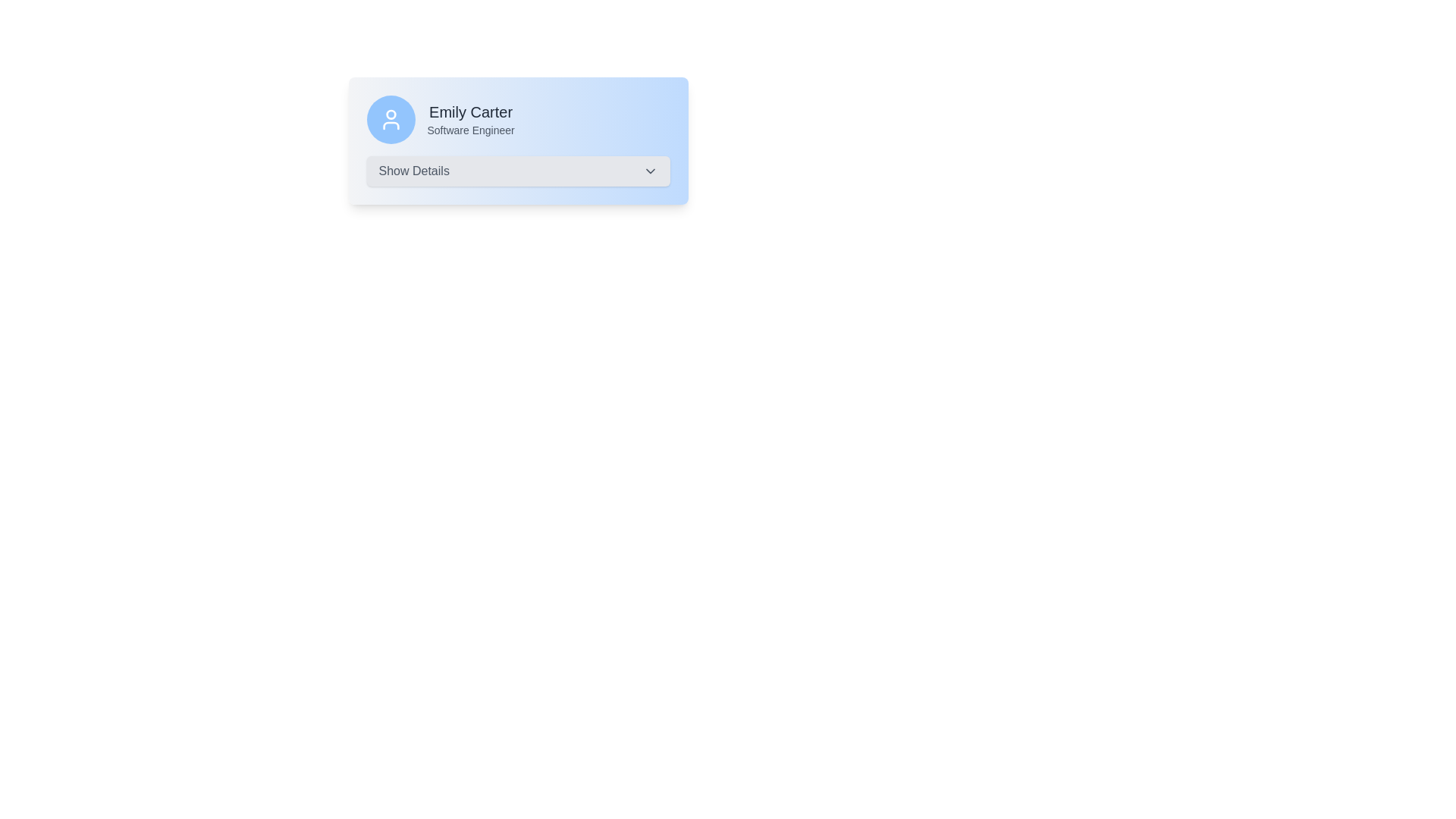  I want to click on the 'Emily Carter' text label, which is styled in dark gray and positioned at the top right of a profile card layout, so click(470, 111).